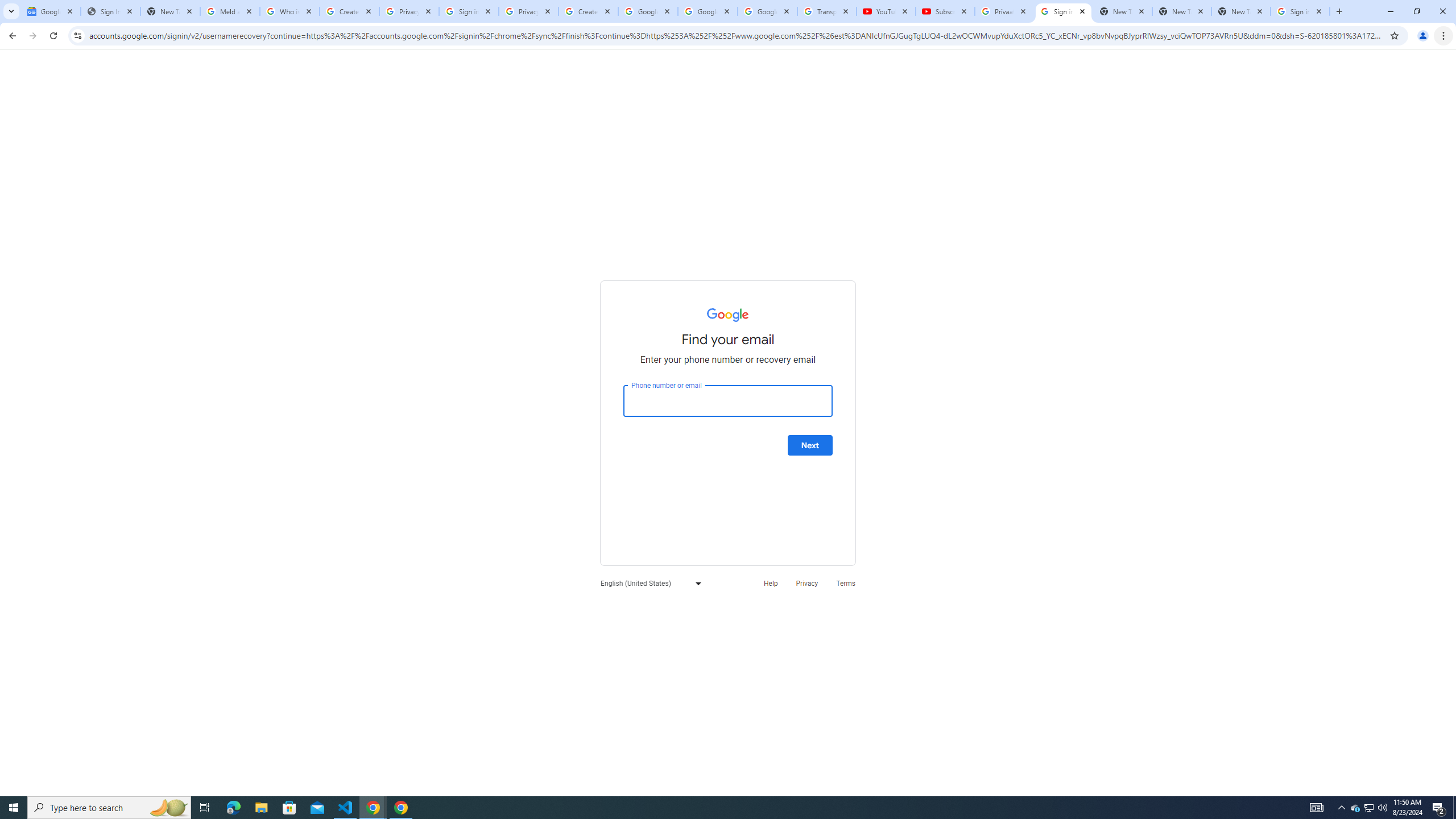 The height and width of the screenshot is (819, 1456). I want to click on 'New Tab', so click(1240, 11).